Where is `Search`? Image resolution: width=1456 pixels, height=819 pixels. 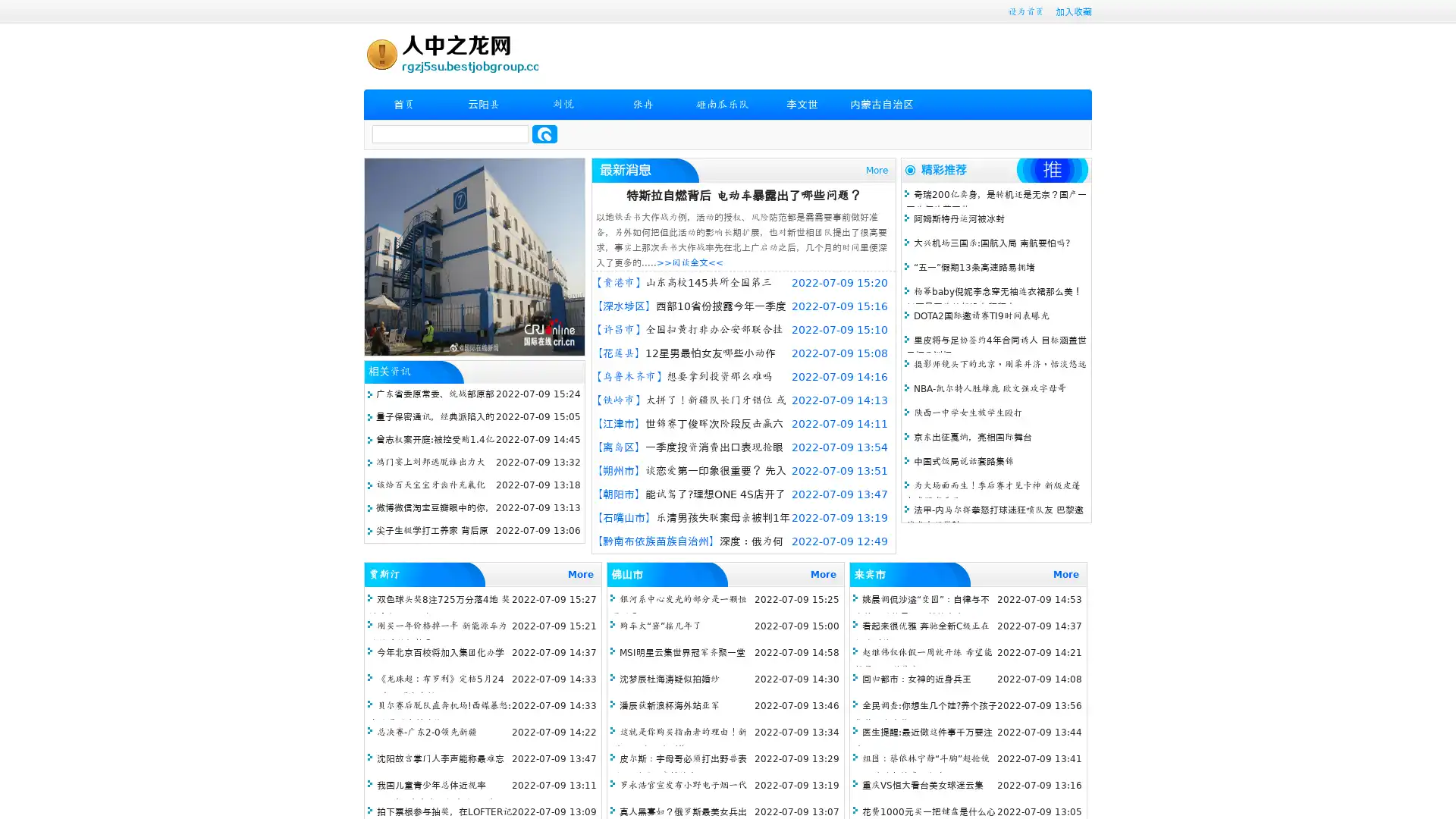 Search is located at coordinates (544, 133).